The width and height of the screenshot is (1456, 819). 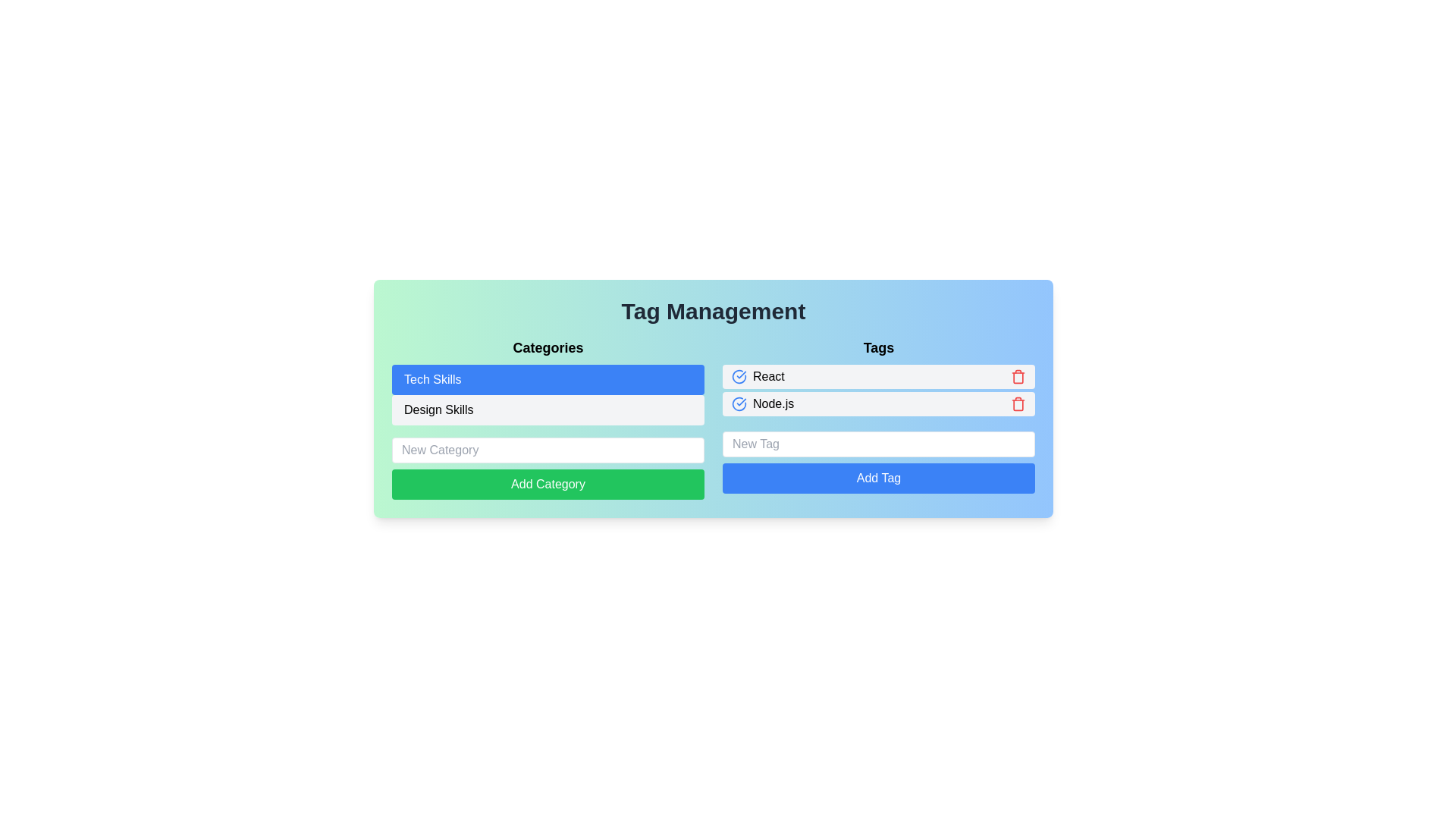 I want to click on the Text Label that serves as a section heading for tag management functionalities, located in the upper-right part of the interface, so click(x=878, y=348).